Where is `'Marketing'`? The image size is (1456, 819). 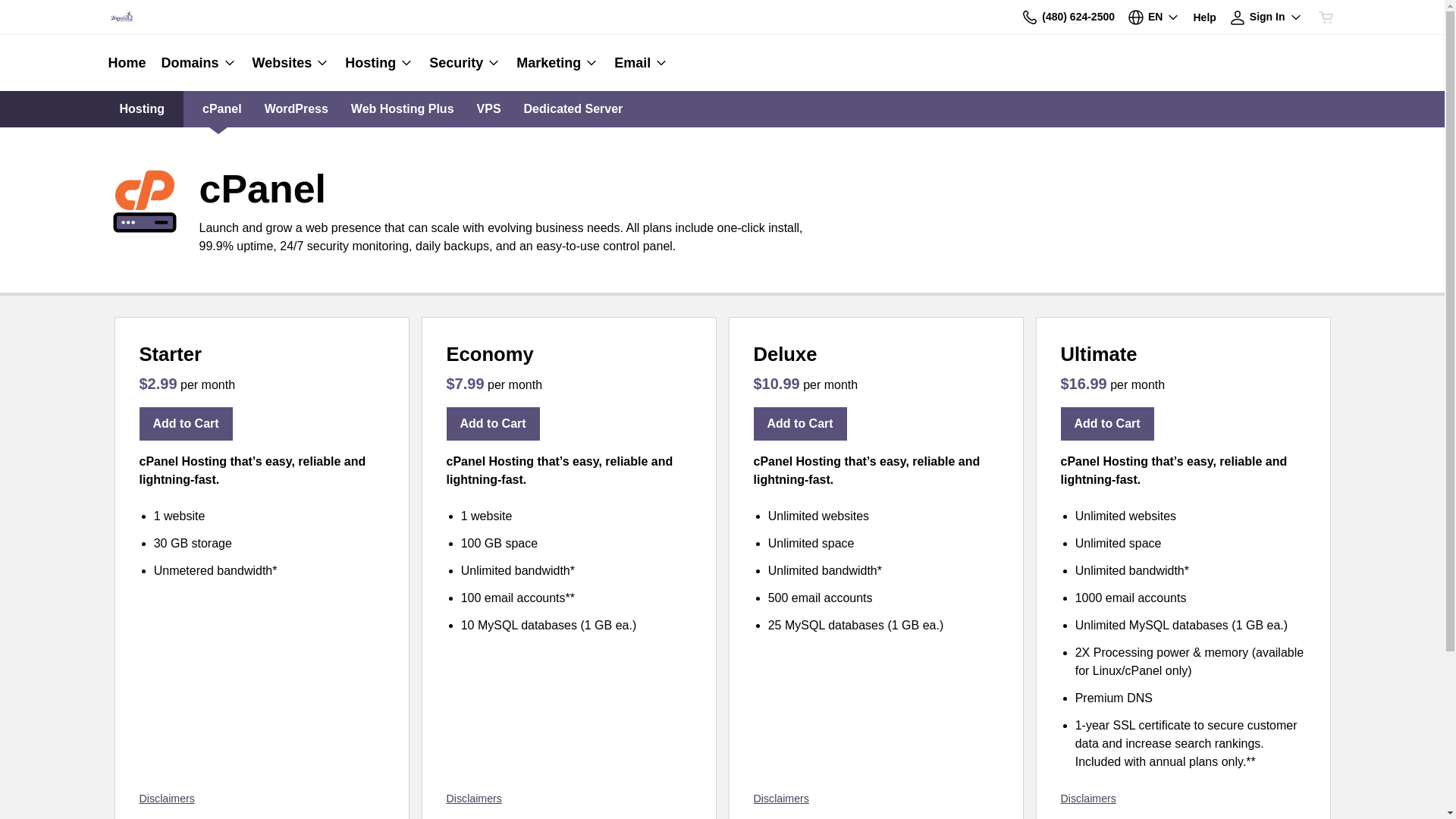 'Marketing' is located at coordinates (557, 62).